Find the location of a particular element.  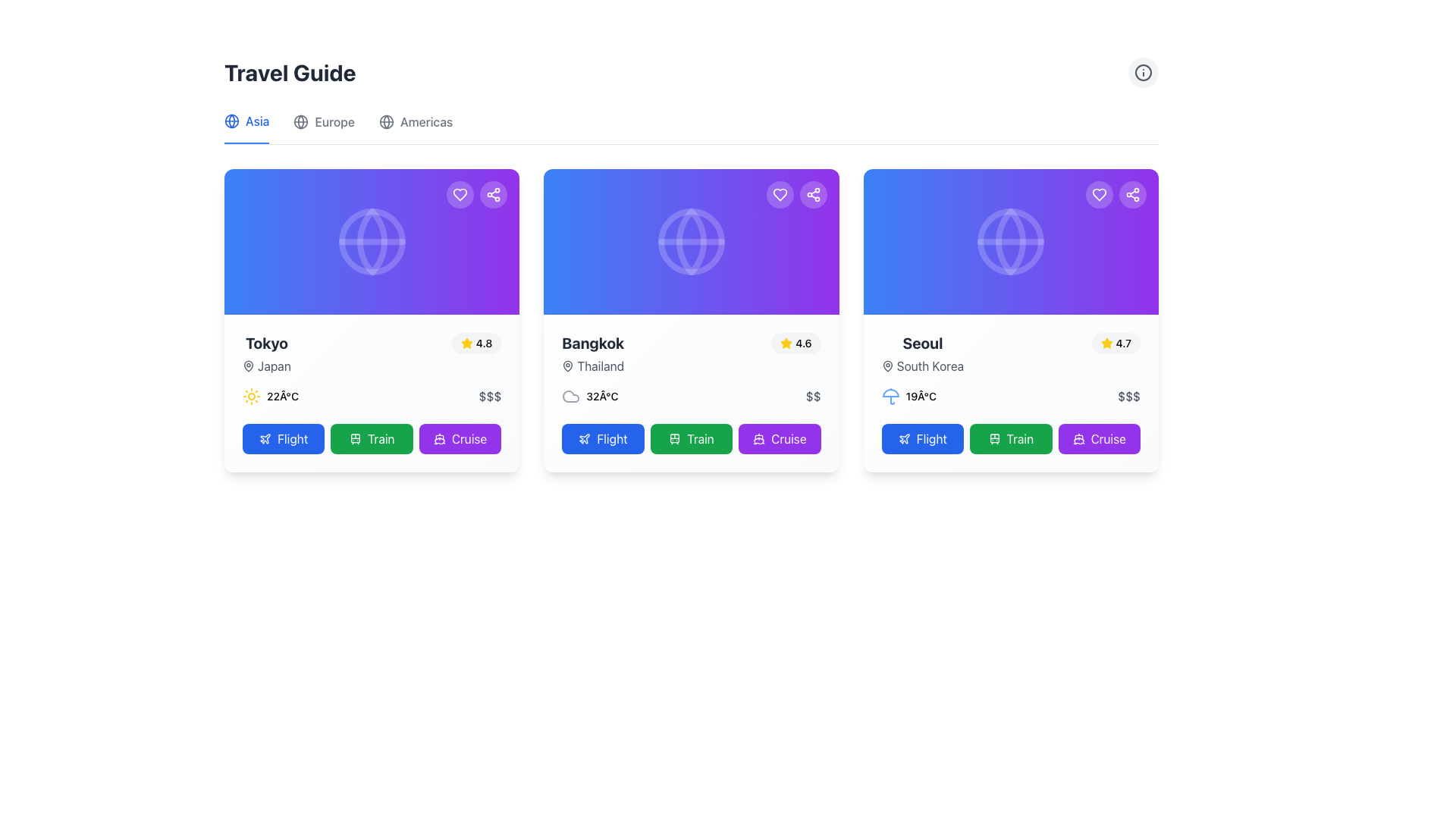

the Rating badge in the top-right section of the card visualizing the 'Tokyo' destination is located at coordinates (475, 343).